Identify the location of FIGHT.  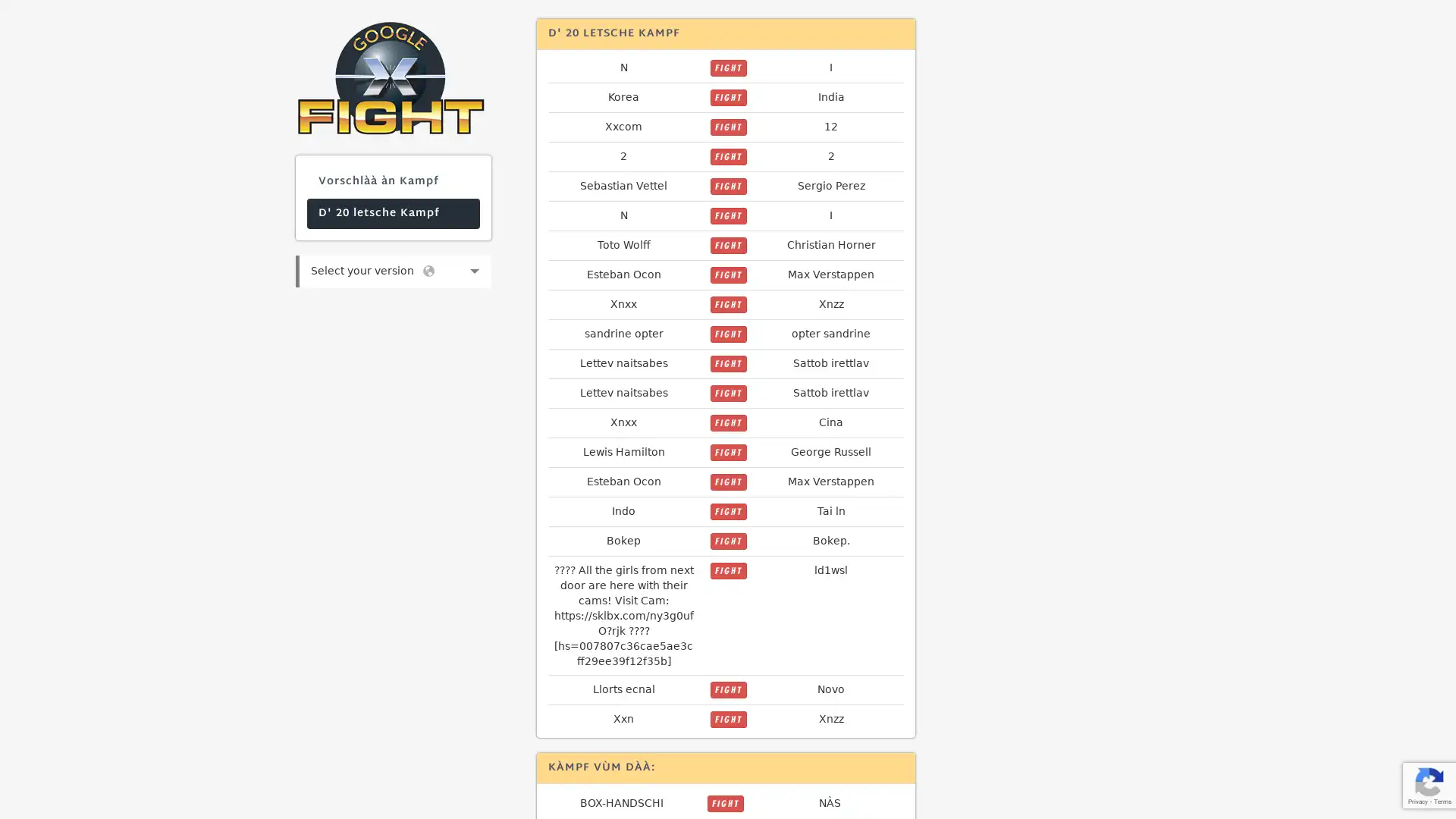
(728, 690).